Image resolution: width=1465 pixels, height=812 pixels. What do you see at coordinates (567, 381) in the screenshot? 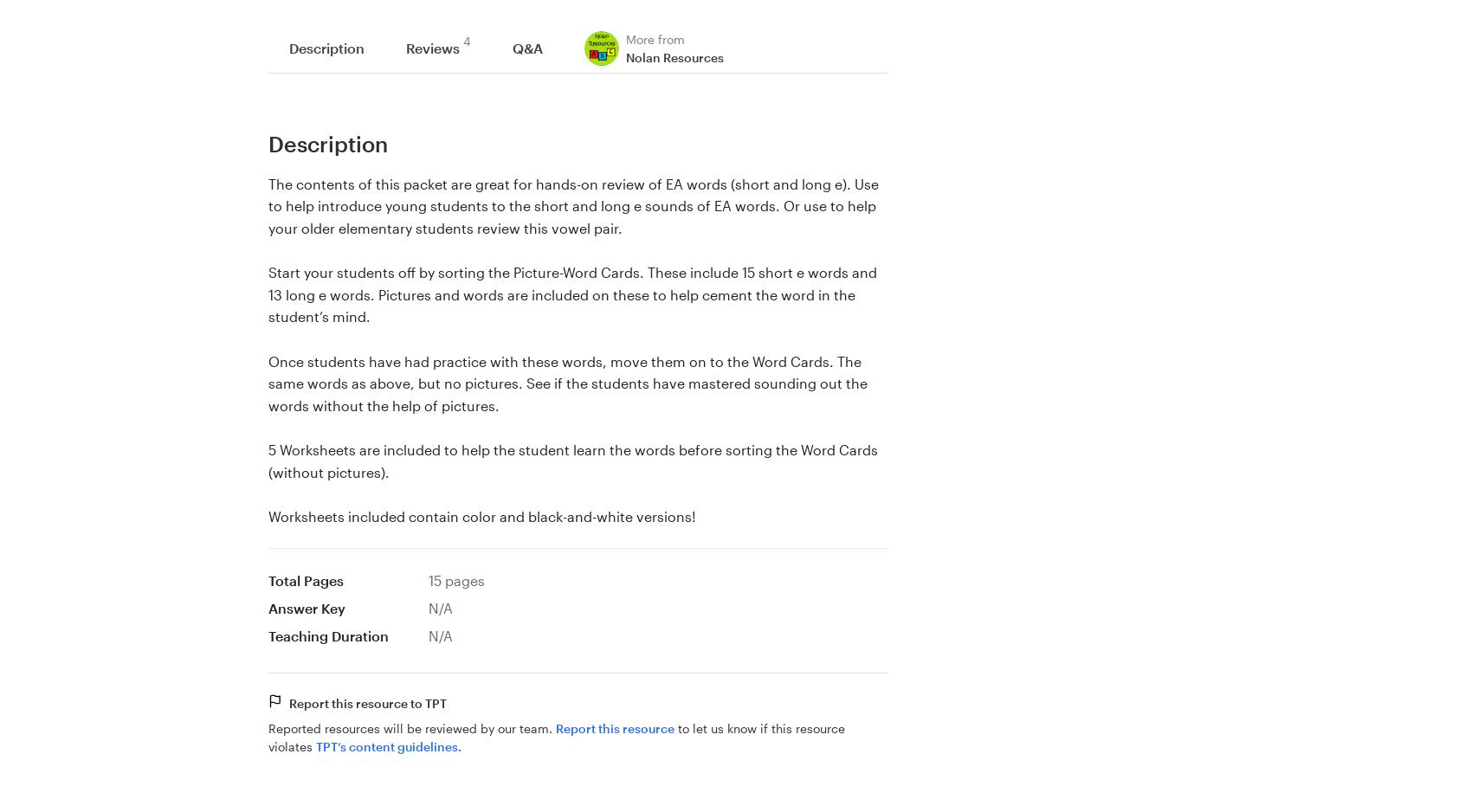
I see `'Once students have had practice with these words, move them on to the Word Cards. The same words as above, but no pictures. See if the students have mastered sounding out the words without the help of pictures.'` at bounding box center [567, 381].